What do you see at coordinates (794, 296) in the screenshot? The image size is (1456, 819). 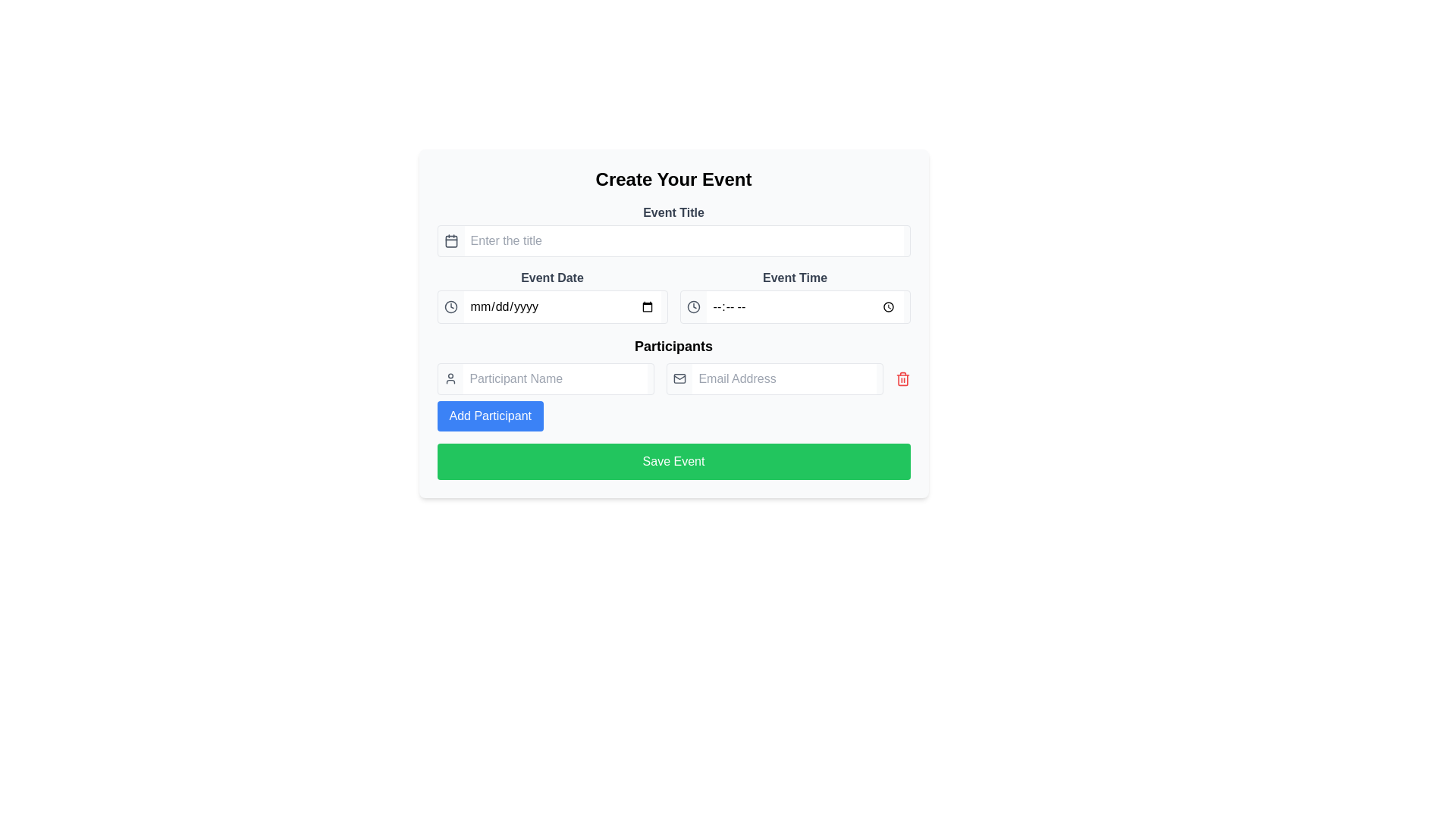 I see `the labeled time input field to focus and enter a time` at bounding box center [794, 296].